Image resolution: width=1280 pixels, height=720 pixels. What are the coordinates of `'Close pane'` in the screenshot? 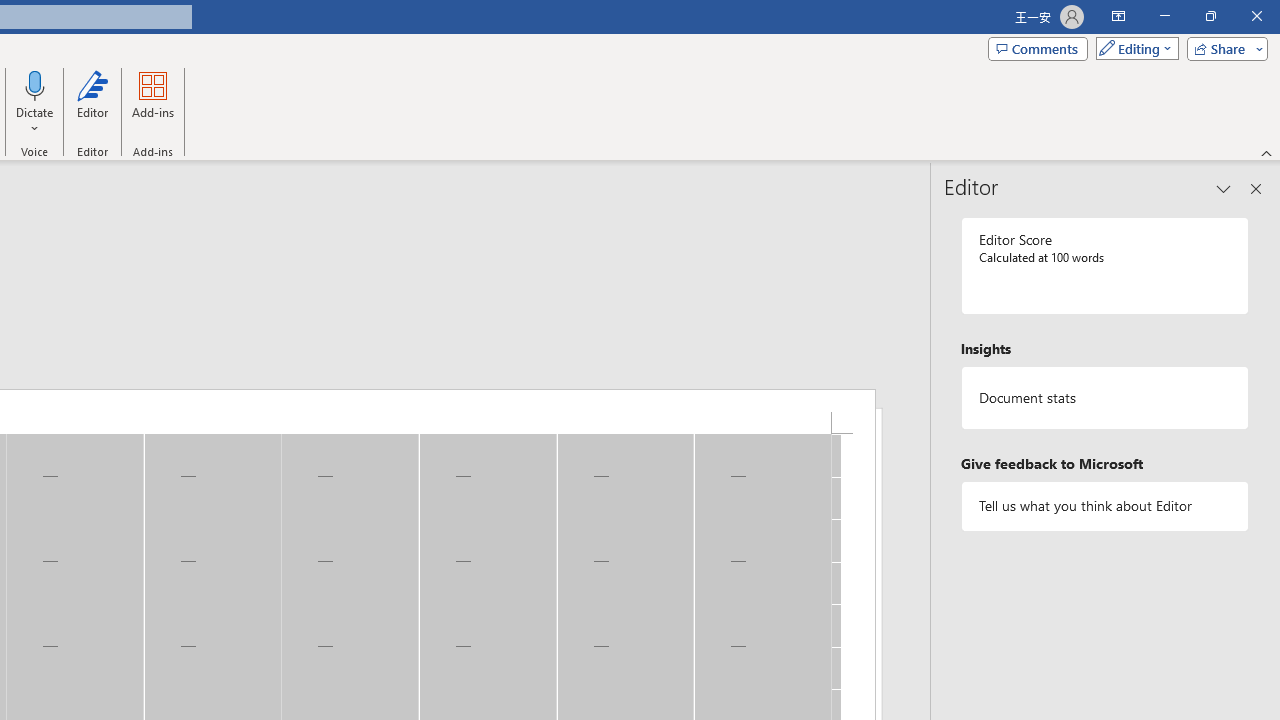 It's located at (1255, 189).